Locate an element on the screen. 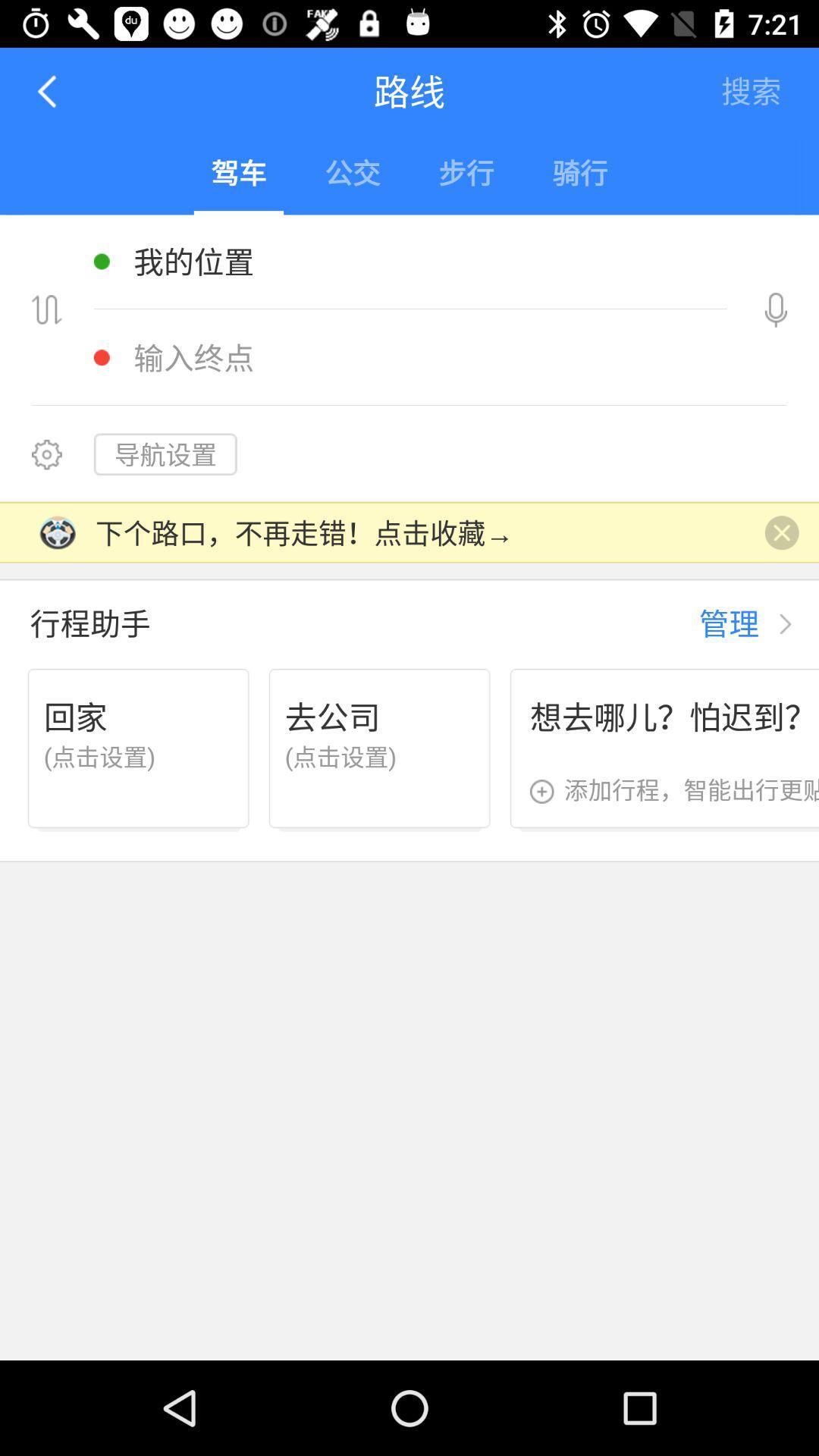  the arrow_backward icon is located at coordinates (48, 90).